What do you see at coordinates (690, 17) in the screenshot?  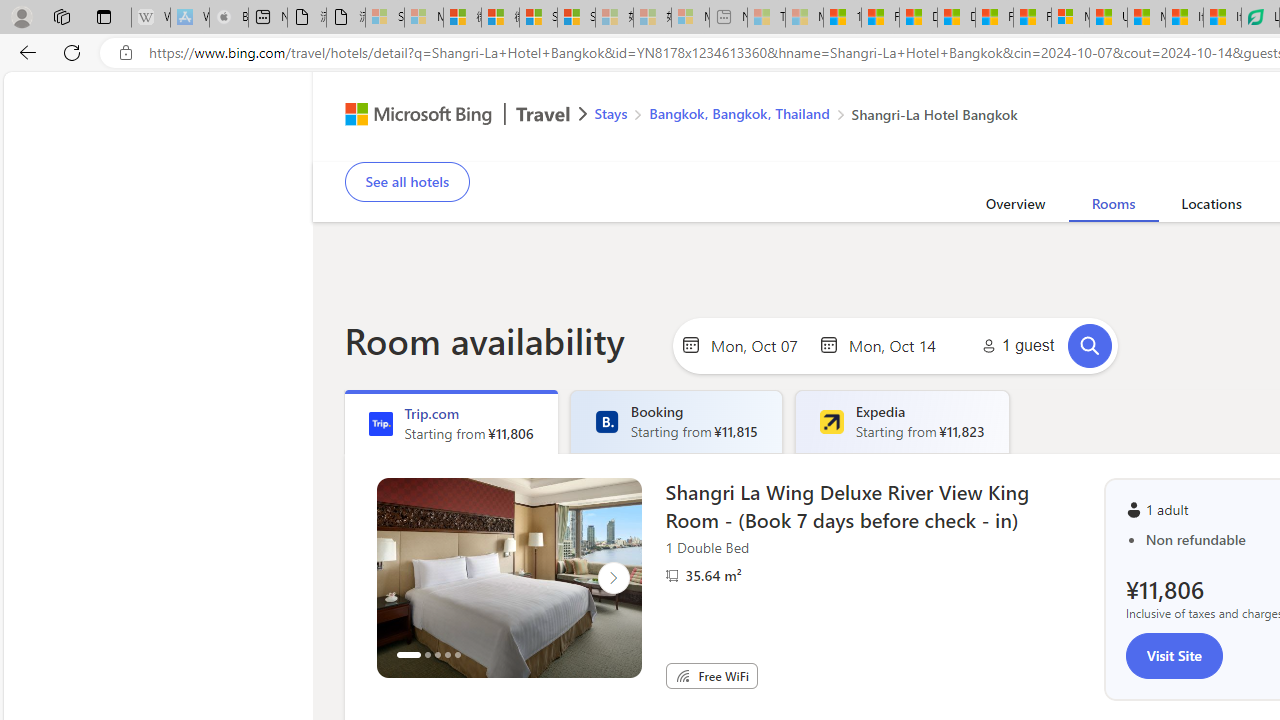 I see `'Microsoft account | Account Checkup - Sleeping'` at bounding box center [690, 17].